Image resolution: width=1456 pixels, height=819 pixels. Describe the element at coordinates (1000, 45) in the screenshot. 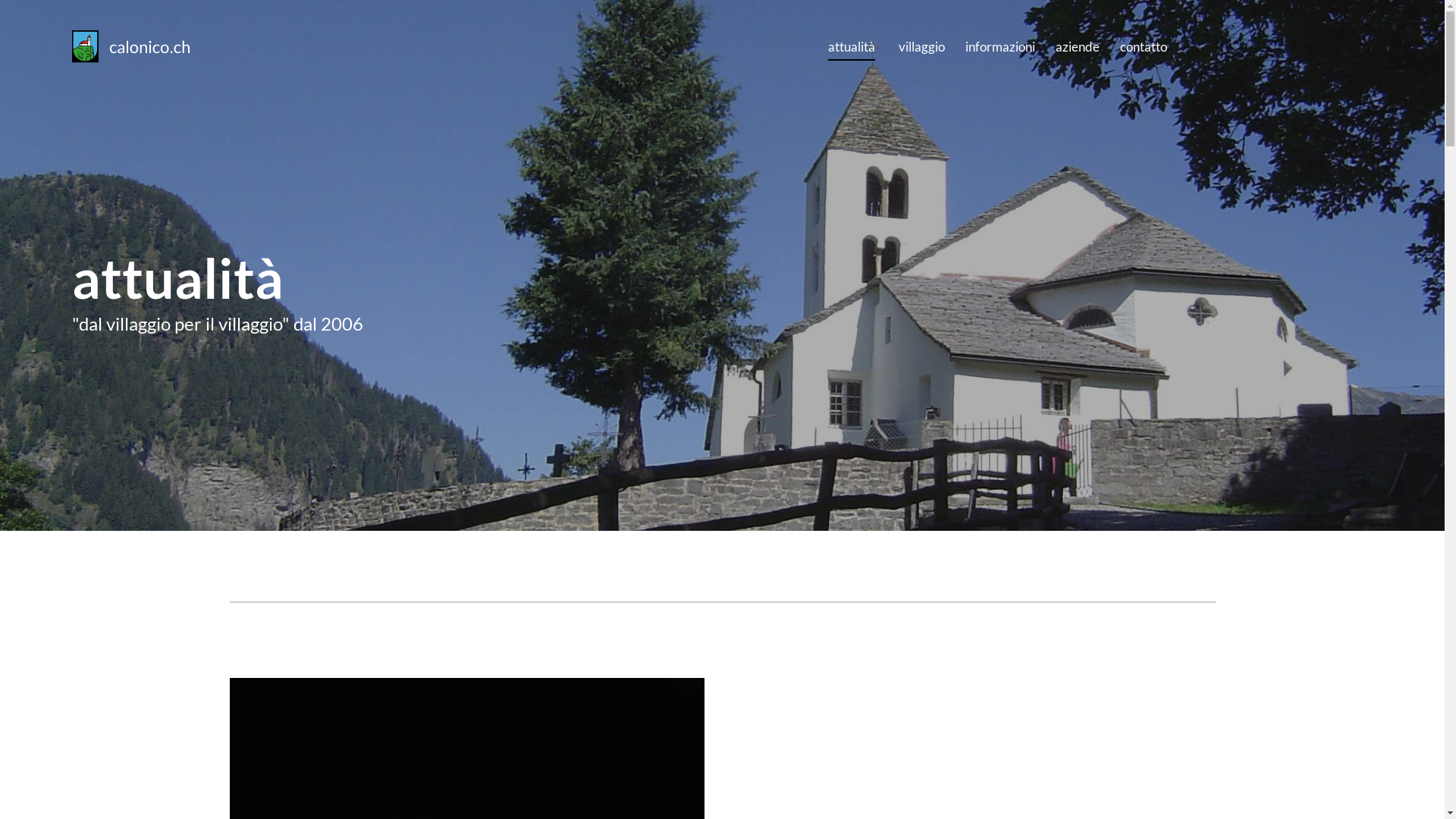

I see `'informazioni'` at that location.